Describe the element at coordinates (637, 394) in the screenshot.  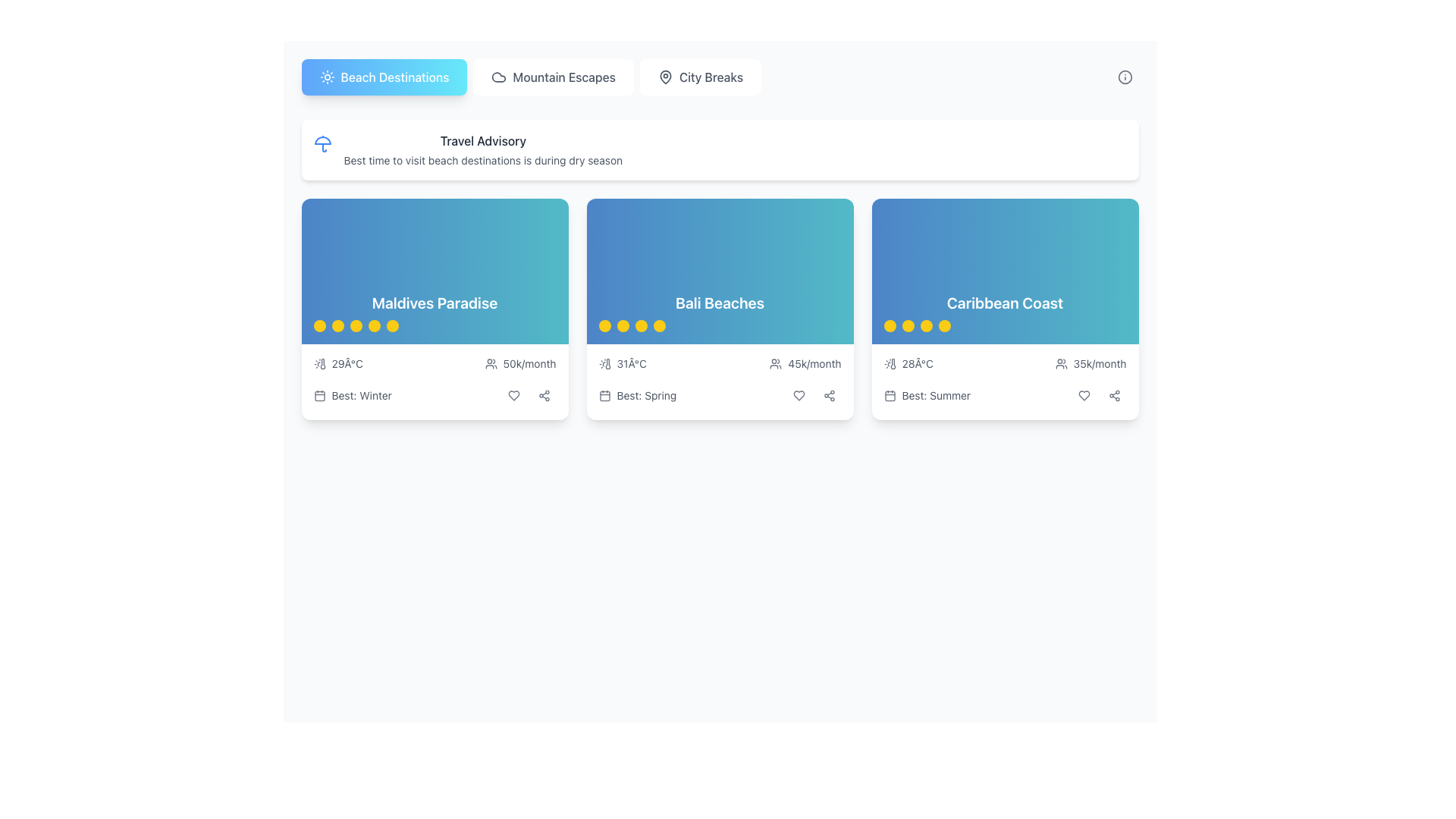
I see `the text and icon combination that indicates the best season to visit the destination on the 'Bali Beaches' card, located in the bottom section under the rating and cost information` at that location.